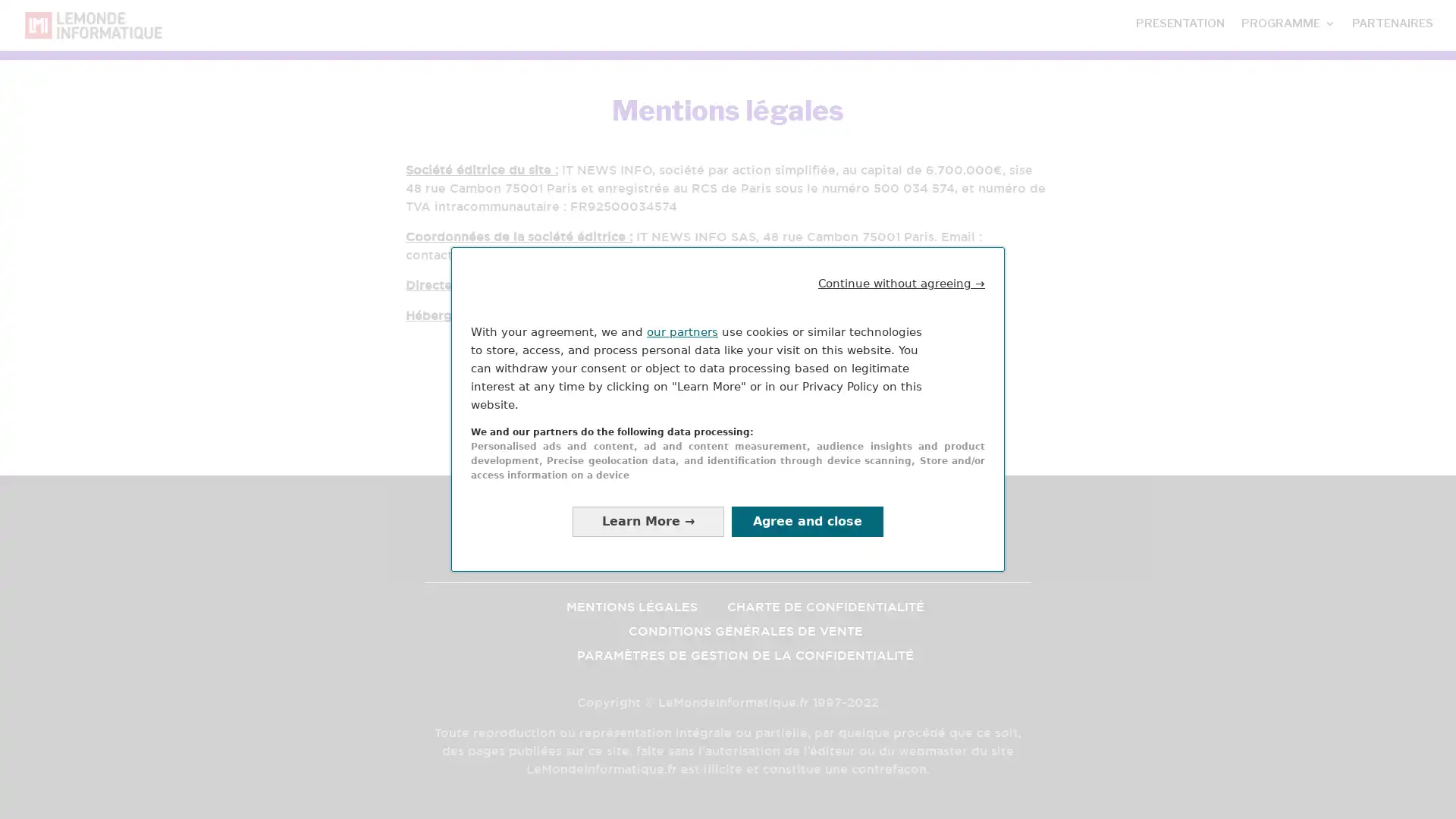 Image resolution: width=1456 pixels, height=819 pixels. I want to click on Continue without agreeing, so click(902, 283).